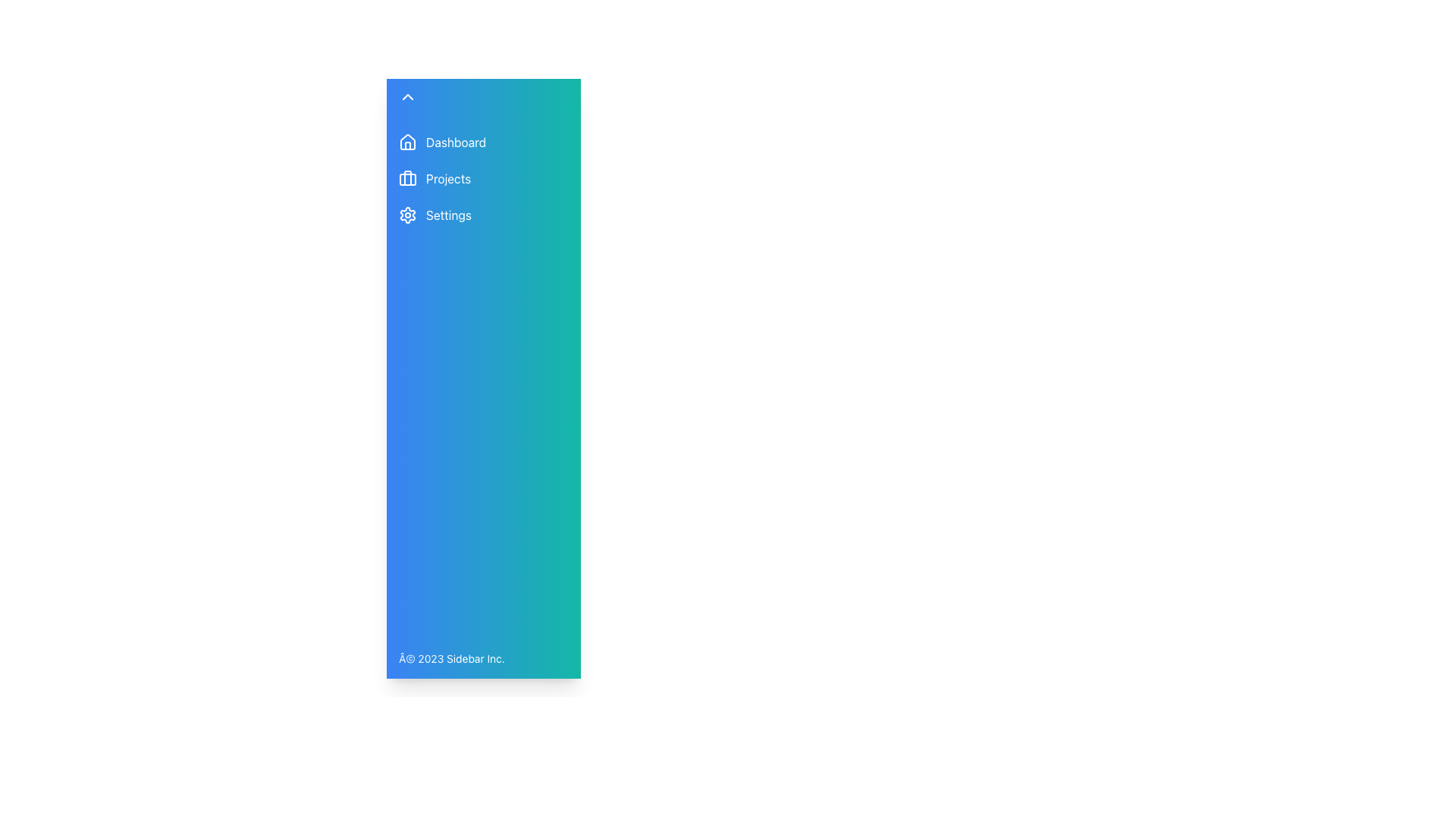 This screenshot has width=1456, height=819. I want to click on the interior vertical rectangle of the house icon that indicates navigation to the 'Dashboard' section of the application, so click(407, 146).